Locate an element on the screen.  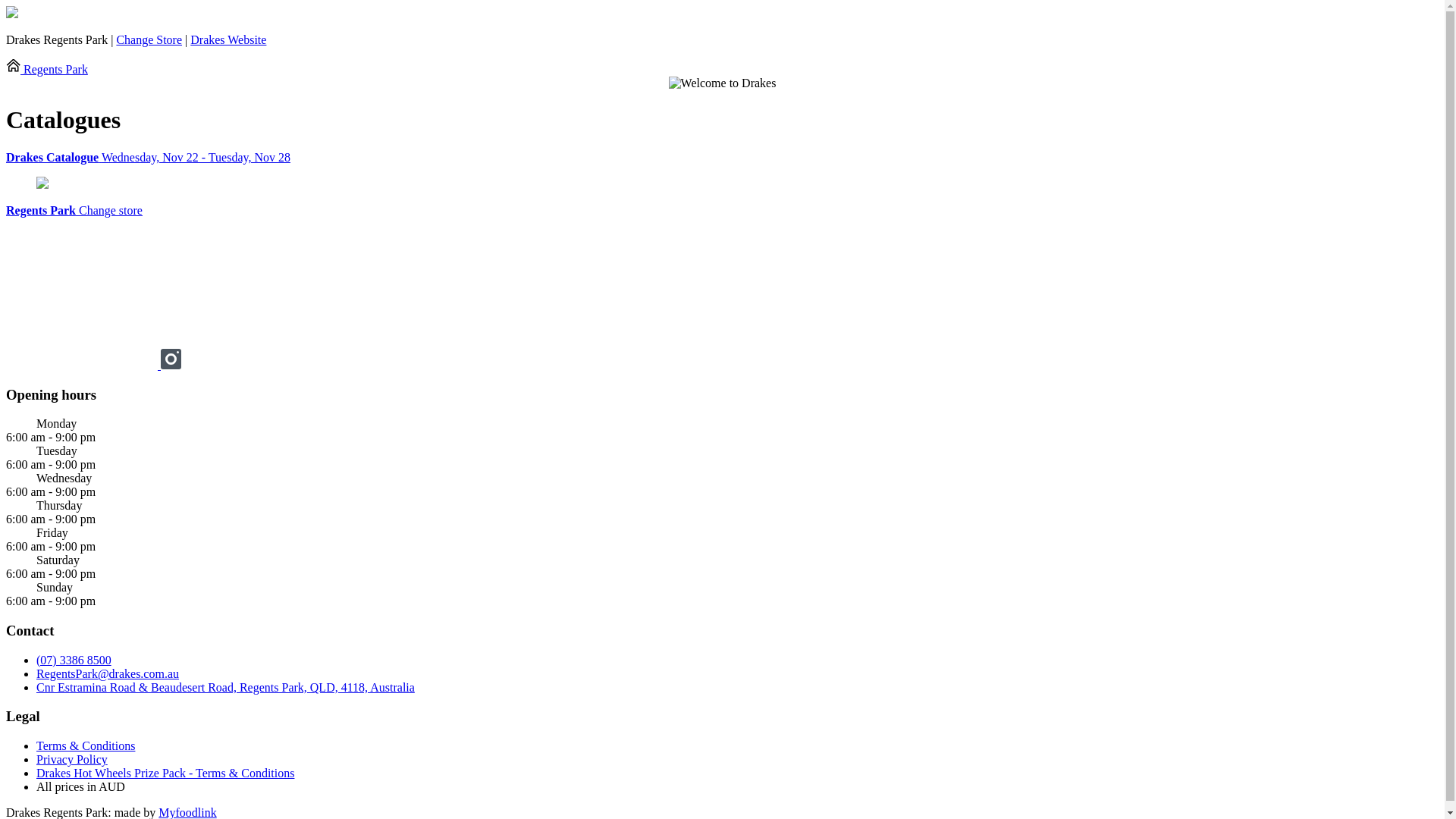
'Drakes Hot Wheels Prize Pack - Terms & Conditions' is located at coordinates (165, 773).